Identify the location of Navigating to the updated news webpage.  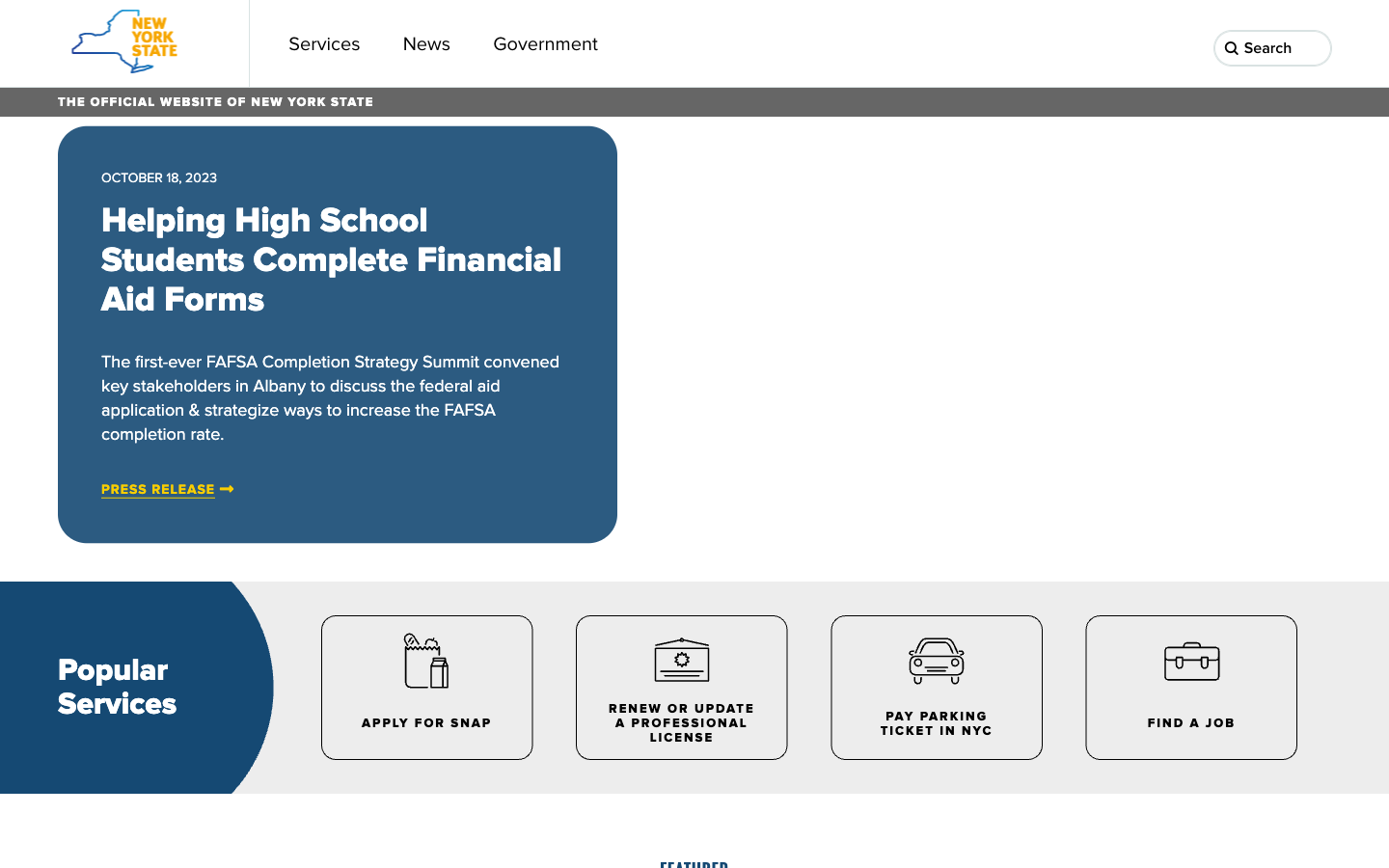
(426, 42).